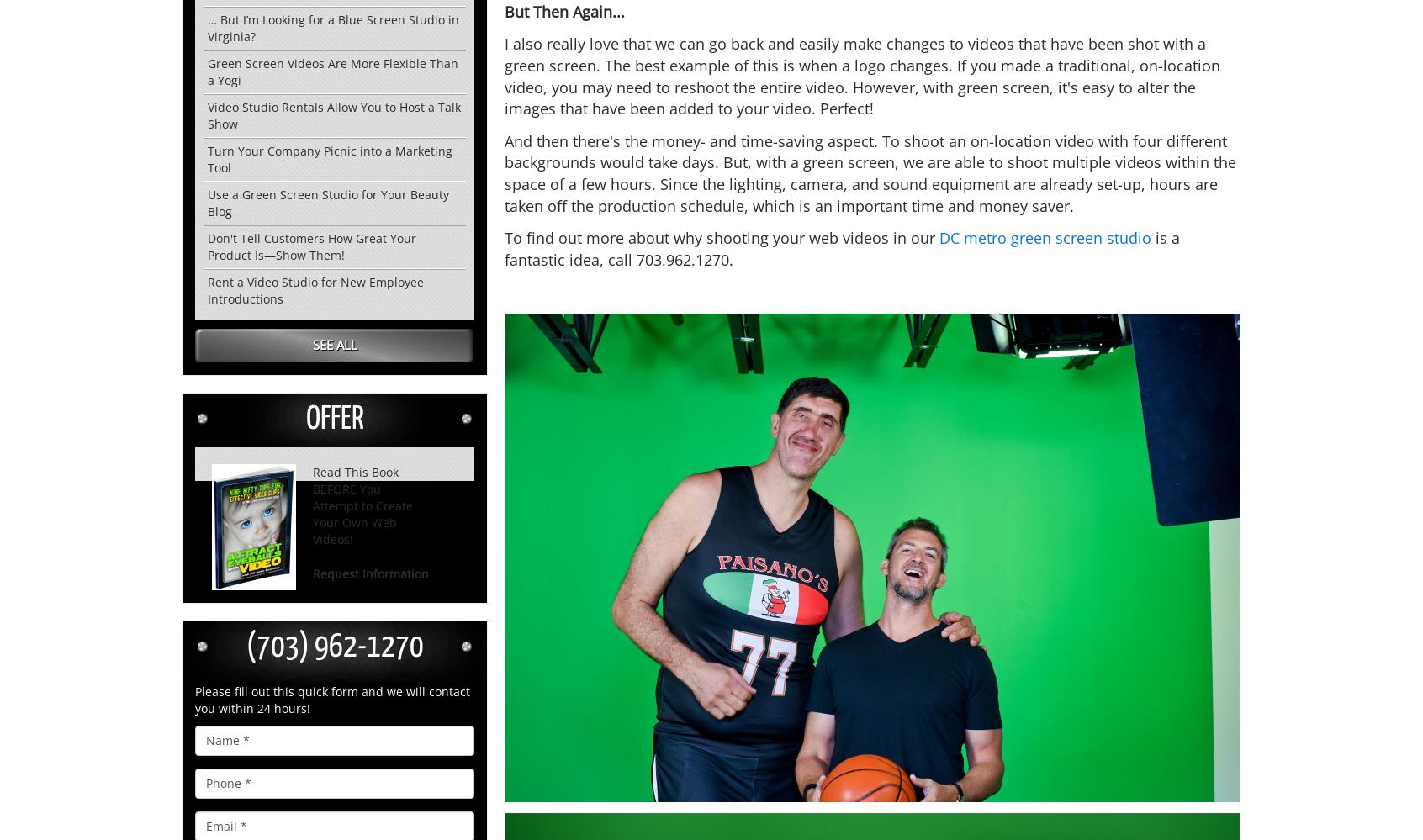 The height and width of the screenshot is (840, 1423). I want to click on 'And then there's the money- and time-saving aspect. To shoot an on-location video with four different backgrounds would take days. But, with a green screen, we are able to shoot multiple videos within the space of a few hours. Since the lighting, camera, and sound equipment are already set-up, hours are taken off the production schedule, which is an important time and money saver.', so click(503, 172).